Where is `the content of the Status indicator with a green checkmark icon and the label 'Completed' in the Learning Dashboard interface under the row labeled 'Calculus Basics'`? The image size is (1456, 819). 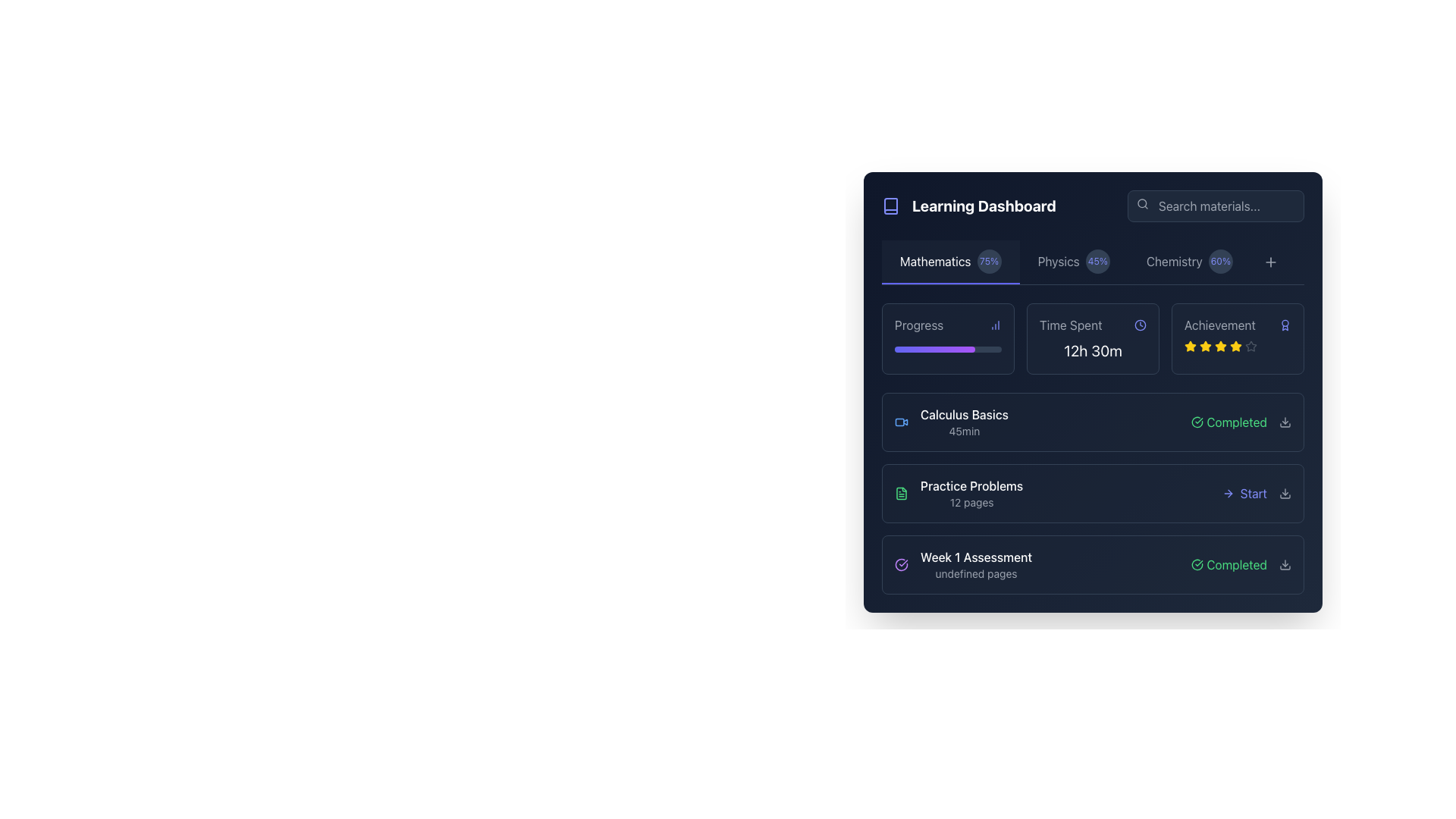
the content of the Status indicator with a green checkmark icon and the label 'Completed' in the Learning Dashboard interface under the row labeled 'Calculus Basics' is located at coordinates (1229, 422).